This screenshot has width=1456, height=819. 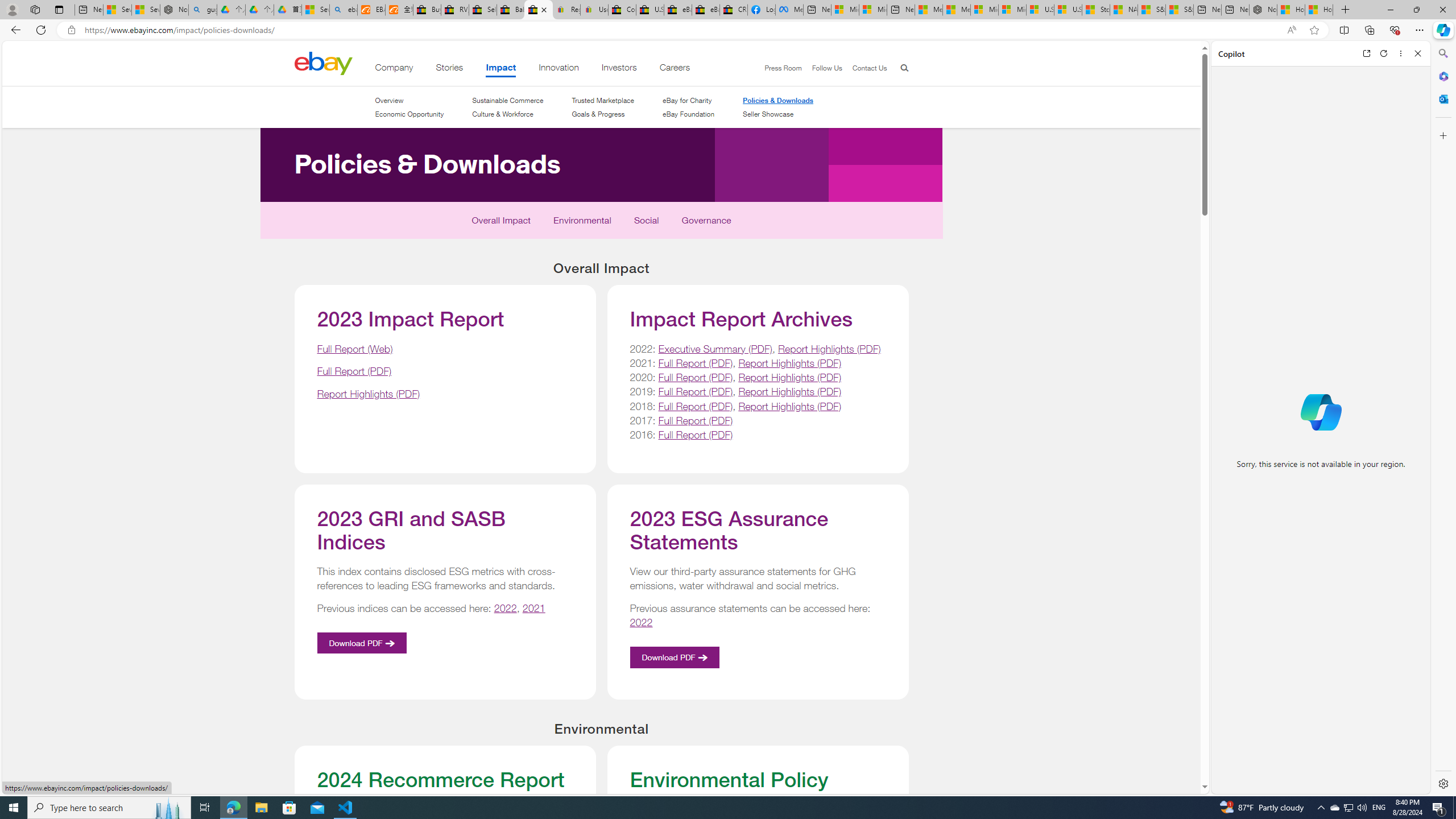 I want to click on 'U.S. State Privacy Disclosures - eBay Inc.', so click(x=650, y=9).